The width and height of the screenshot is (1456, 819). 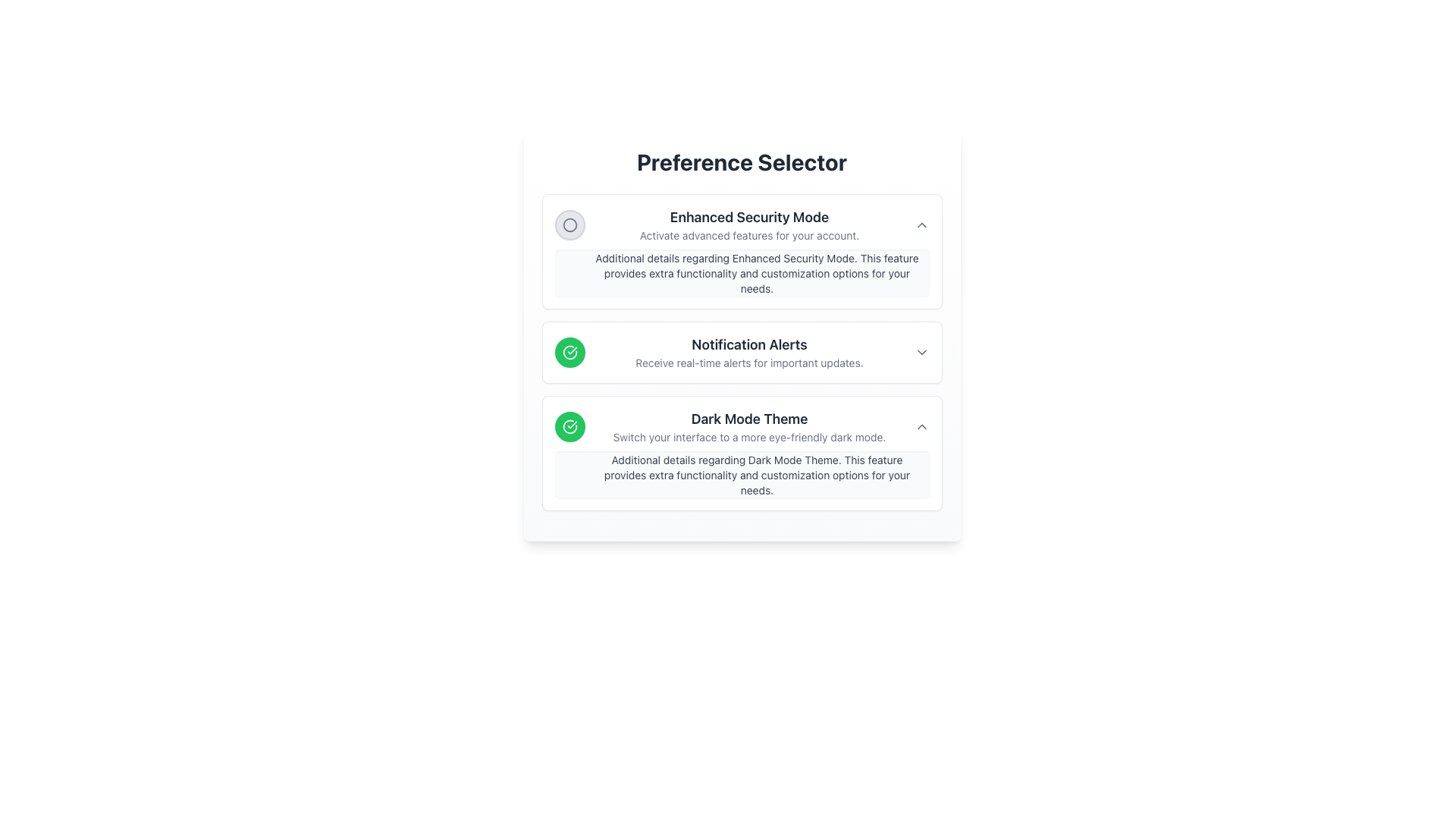 I want to click on the style or status of the Notification Alerts icon located to the left of the descriptive text indicating real-time update notifications, so click(x=569, y=427).